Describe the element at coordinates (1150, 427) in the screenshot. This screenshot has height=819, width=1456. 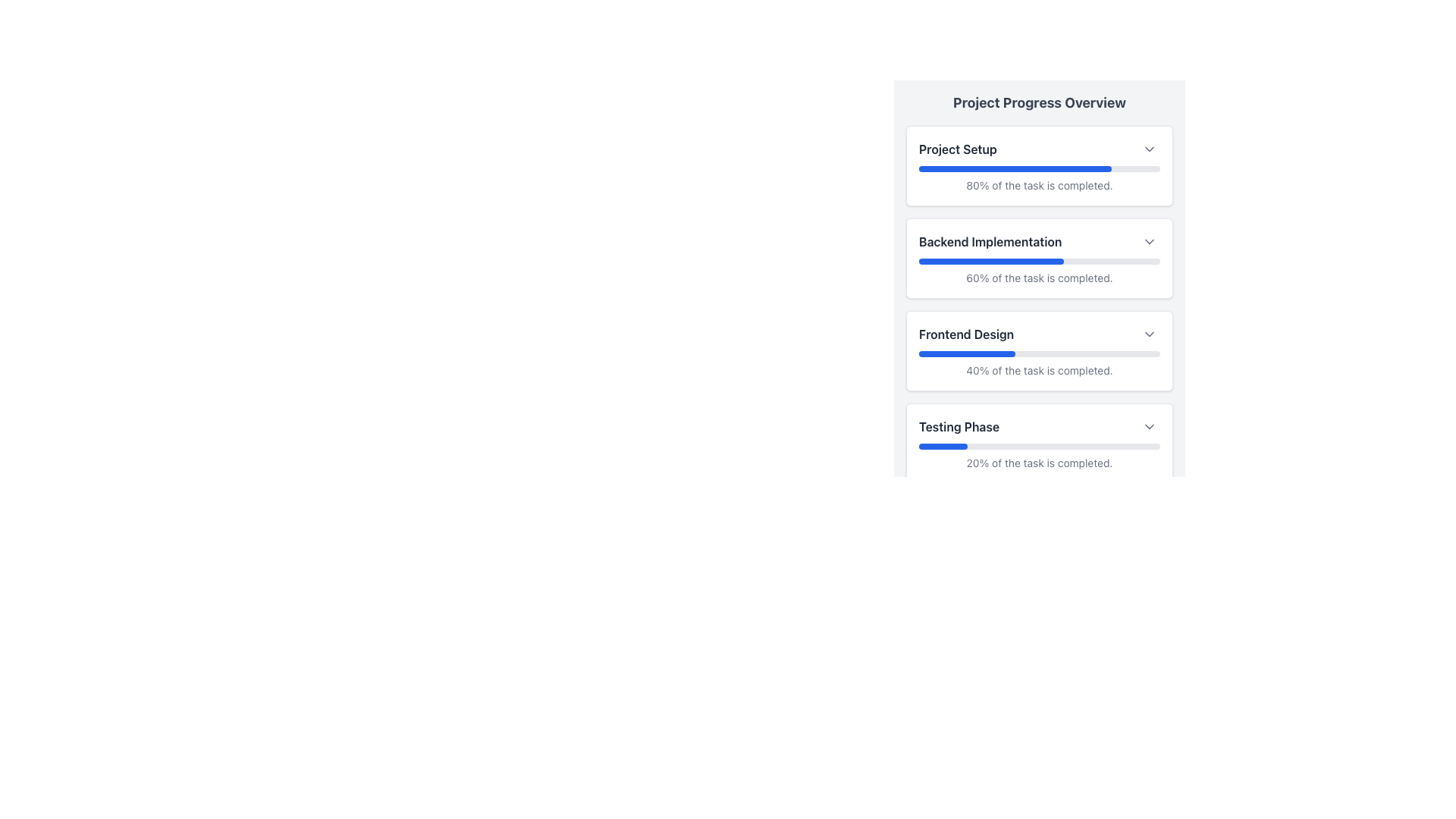
I see `the downward-pointing chevron icon button located next to the 'Testing Phase' section title` at that location.